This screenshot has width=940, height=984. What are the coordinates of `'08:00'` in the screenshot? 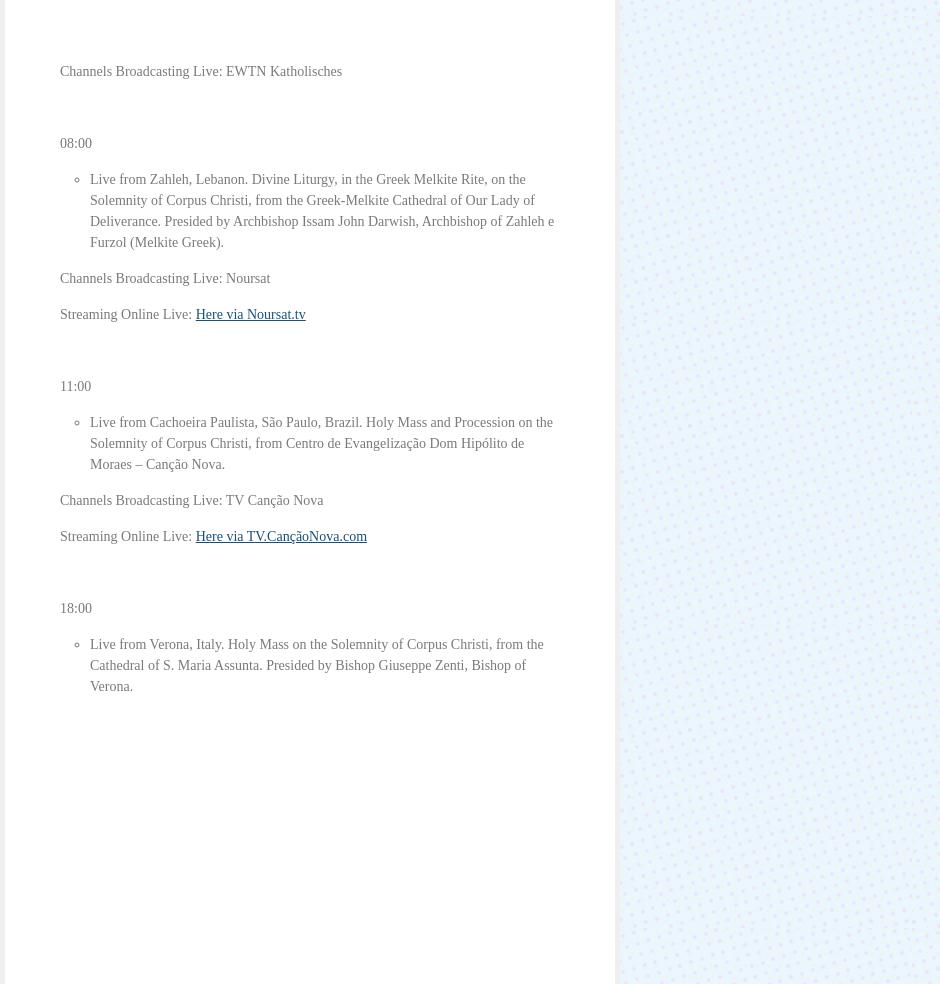 It's located at (74, 143).